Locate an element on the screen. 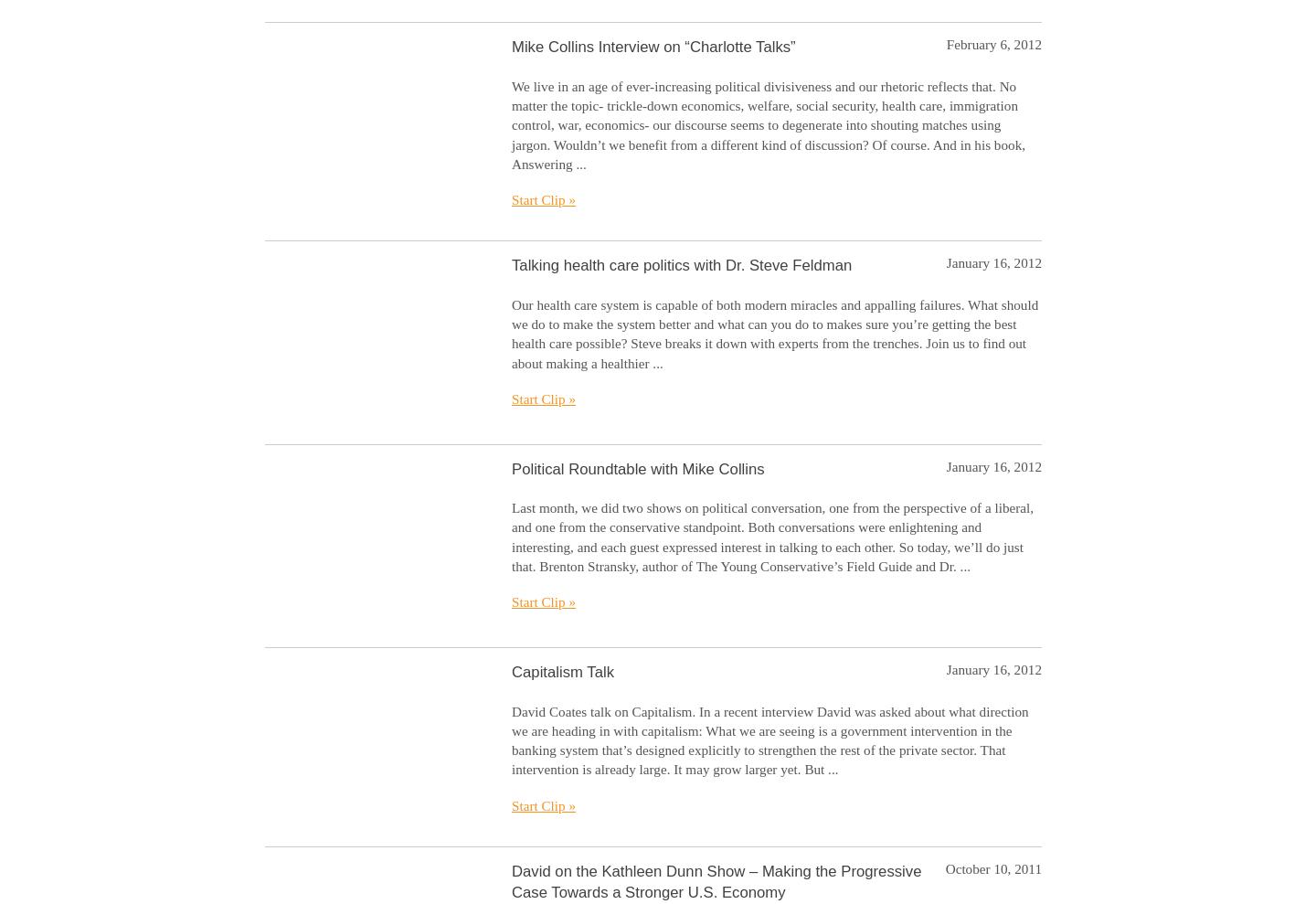 The image size is (1316, 904). 'Mike Collins Interview on “Charlotte Talks”' is located at coordinates (653, 46).